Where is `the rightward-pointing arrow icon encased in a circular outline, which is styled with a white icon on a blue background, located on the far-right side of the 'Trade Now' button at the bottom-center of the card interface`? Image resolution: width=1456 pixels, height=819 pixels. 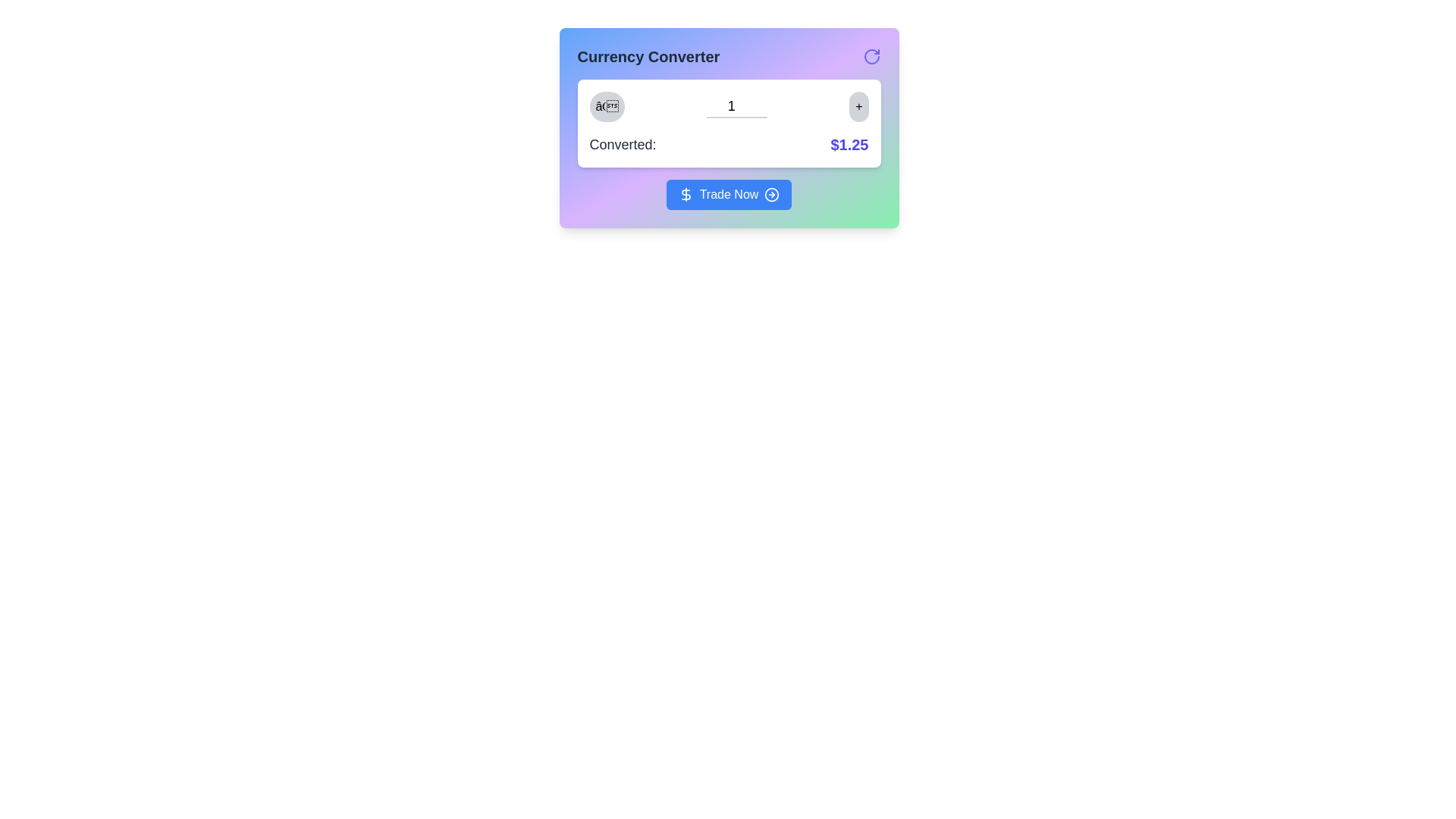
the rightward-pointing arrow icon encased in a circular outline, which is styled with a white icon on a blue background, located on the far-right side of the 'Trade Now' button at the bottom-center of the card interface is located at coordinates (772, 194).